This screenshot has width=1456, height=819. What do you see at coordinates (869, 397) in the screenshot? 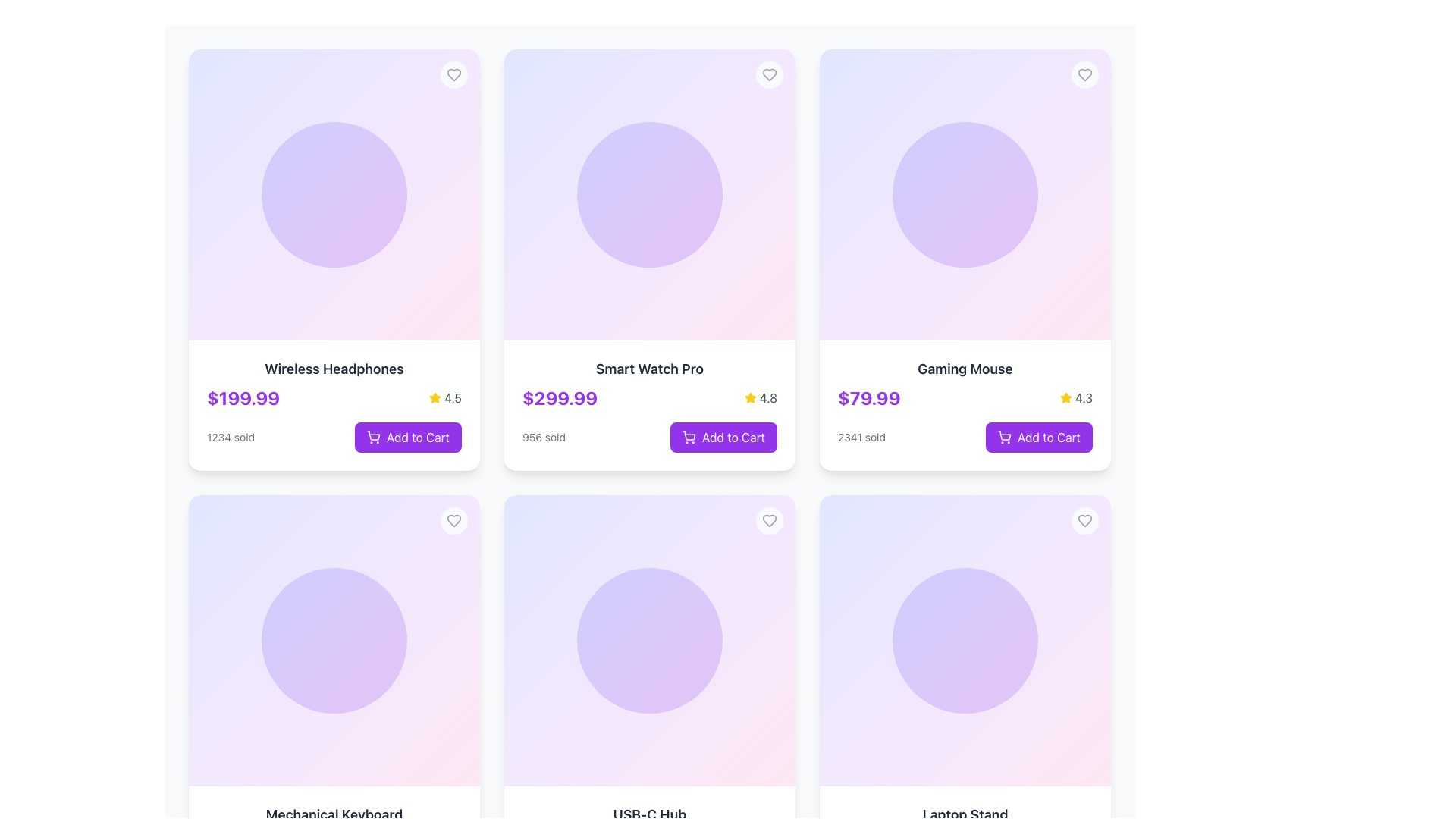
I see `the price value displayed in the bold, large purple text '$79.99' located at the bottom middle section of the product card for 'Gaming Mouse'` at bounding box center [869, 397].